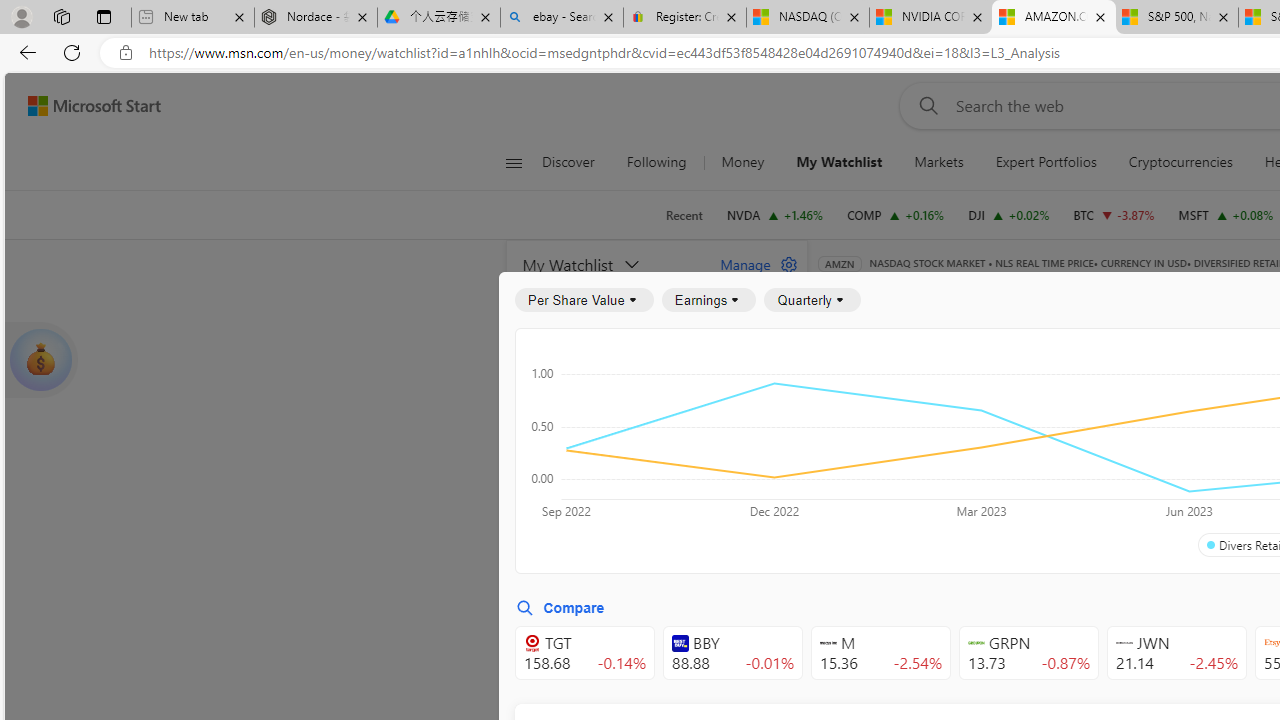 This screenshot has height=720, width=1280. What do you see at coordinates (923, 105) in the screenshot?
I see `'Web search'` at bounding box center [923, 105].